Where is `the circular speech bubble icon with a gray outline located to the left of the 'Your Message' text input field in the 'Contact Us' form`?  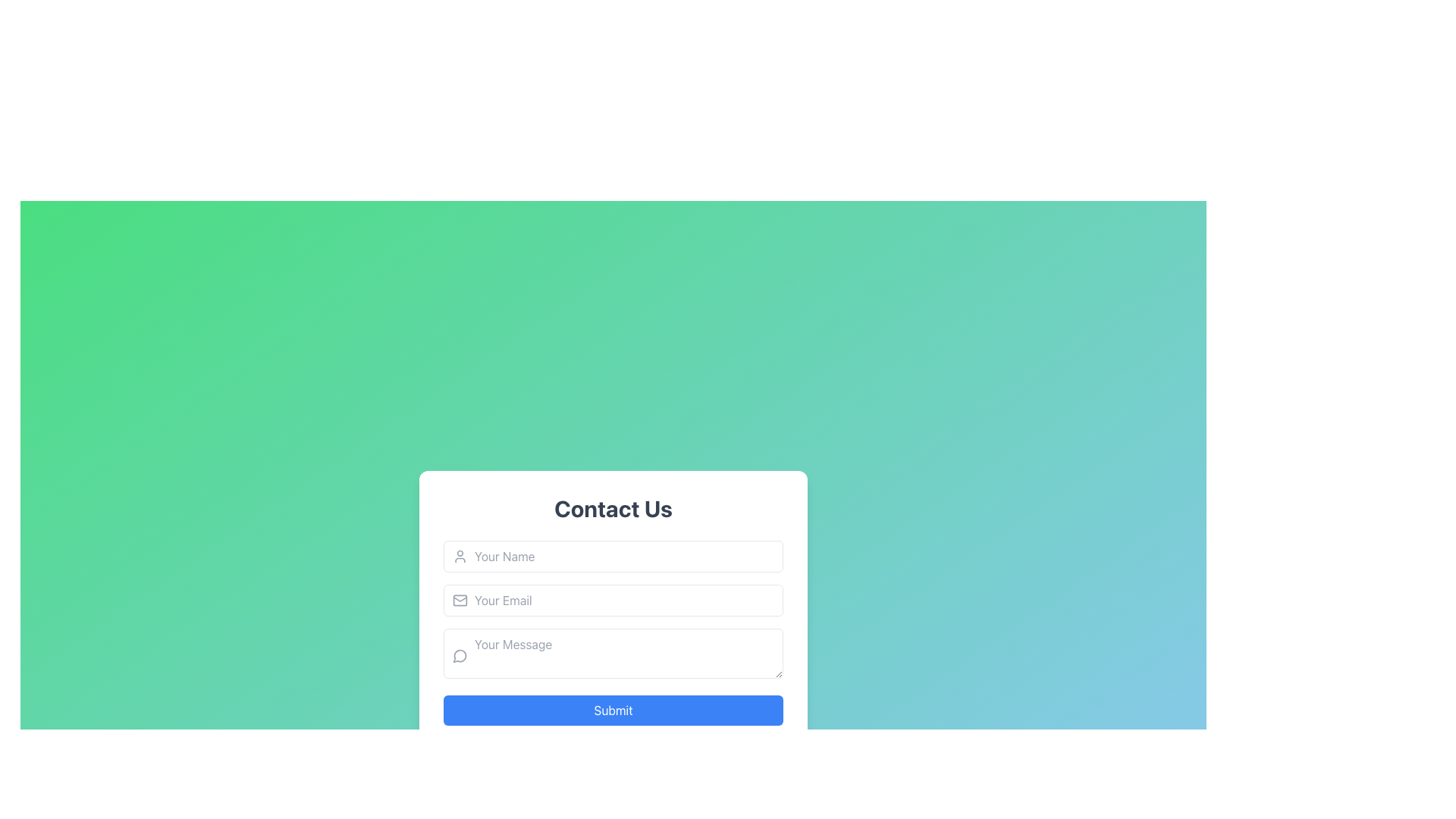
the circular speech bubble icon with a gray outline located to the left of the 'Your Message' text input field in the 'Contact Us' form is located at coordinates (459, 654).